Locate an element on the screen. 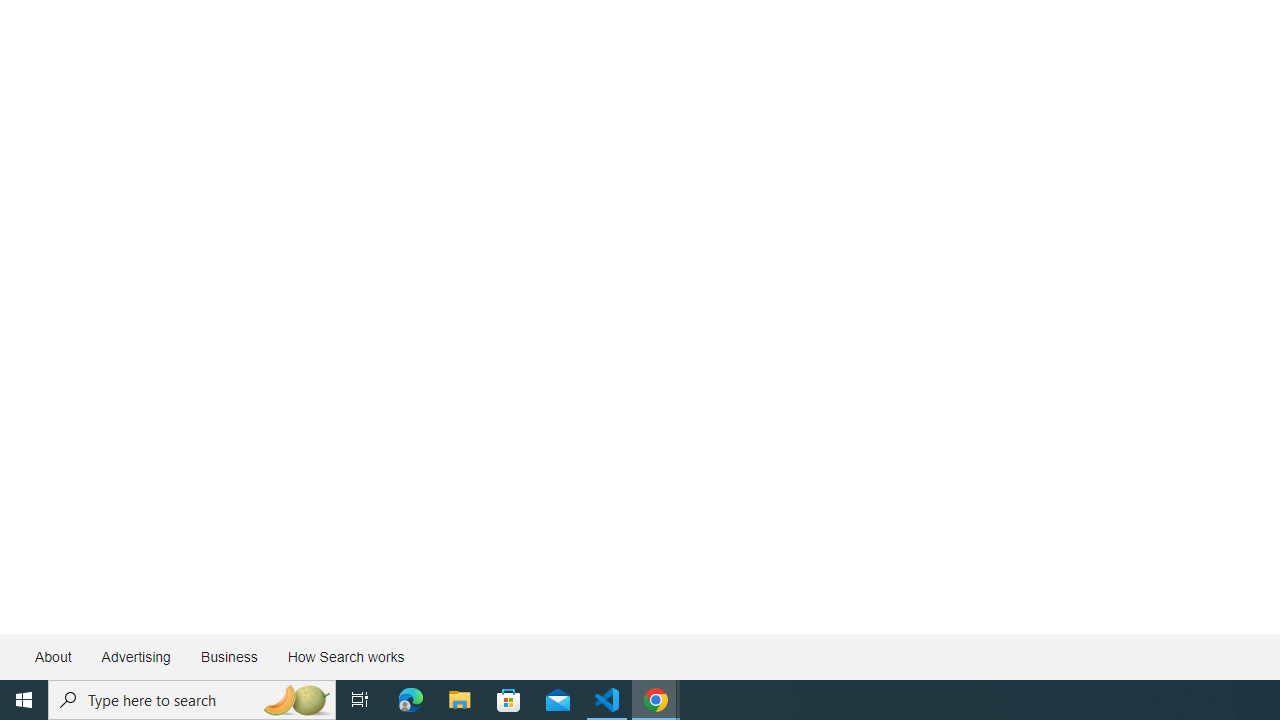 This screenshot has height=720, width=1280. 'Business' is located at coordinates (229, 657).